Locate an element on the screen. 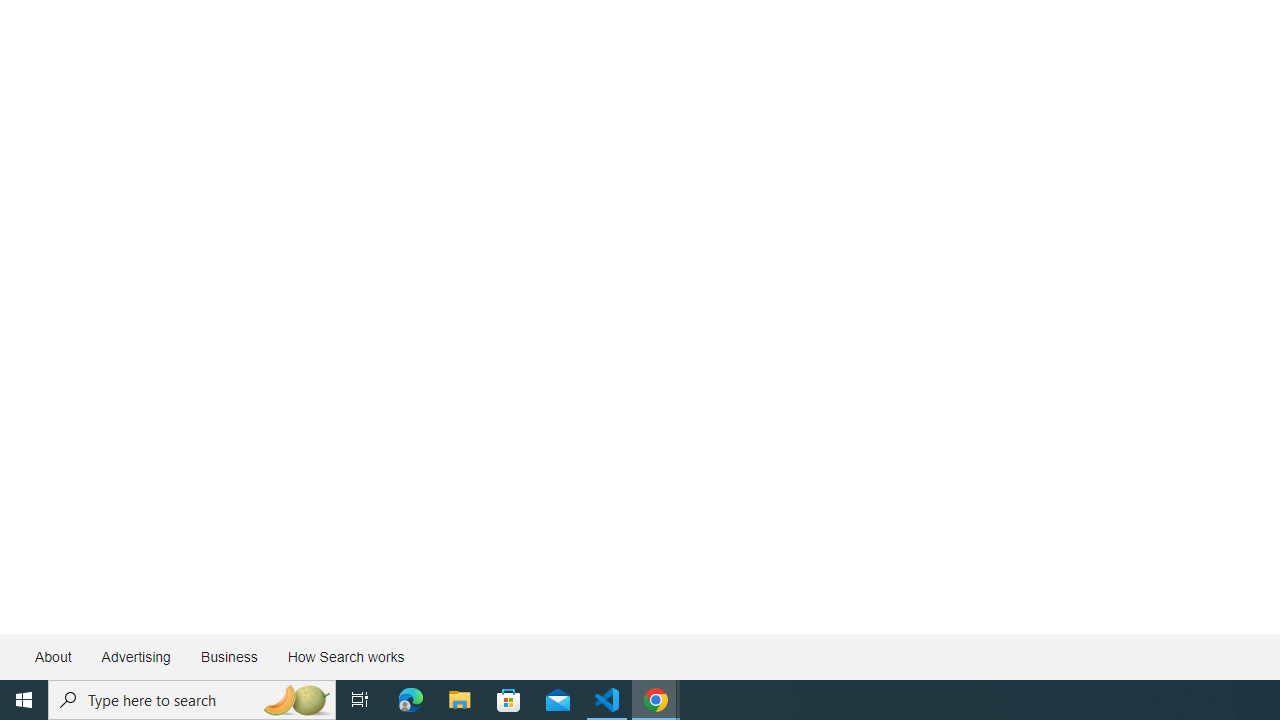 This screenshot has height=720, width=1280. 'Business' is located at coordinates (229, 657).